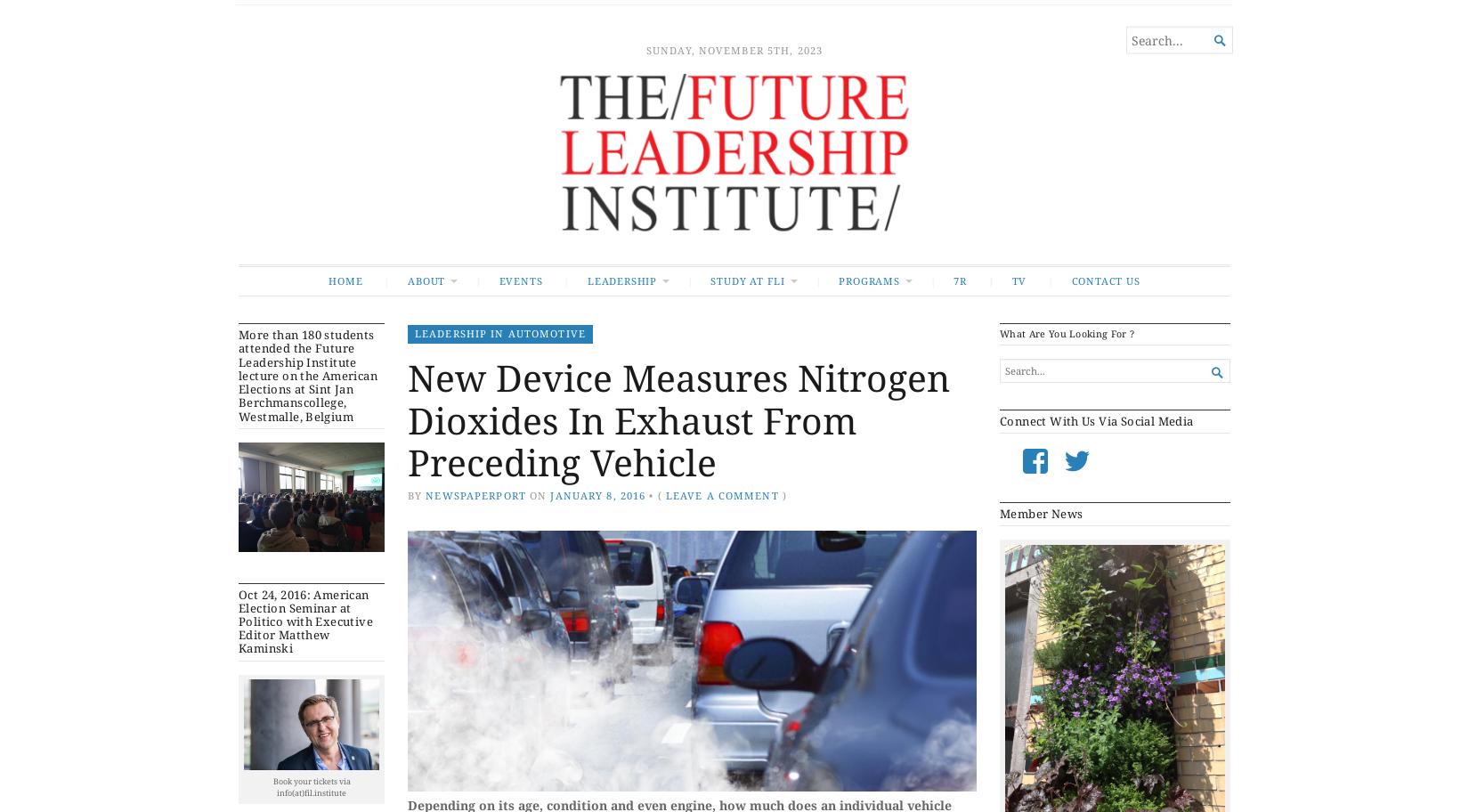  What do you see at coordinates (1067, 333) in the screenshot?
I see `'What Are You Looking For ?'` at bounding box center [1067, 333].